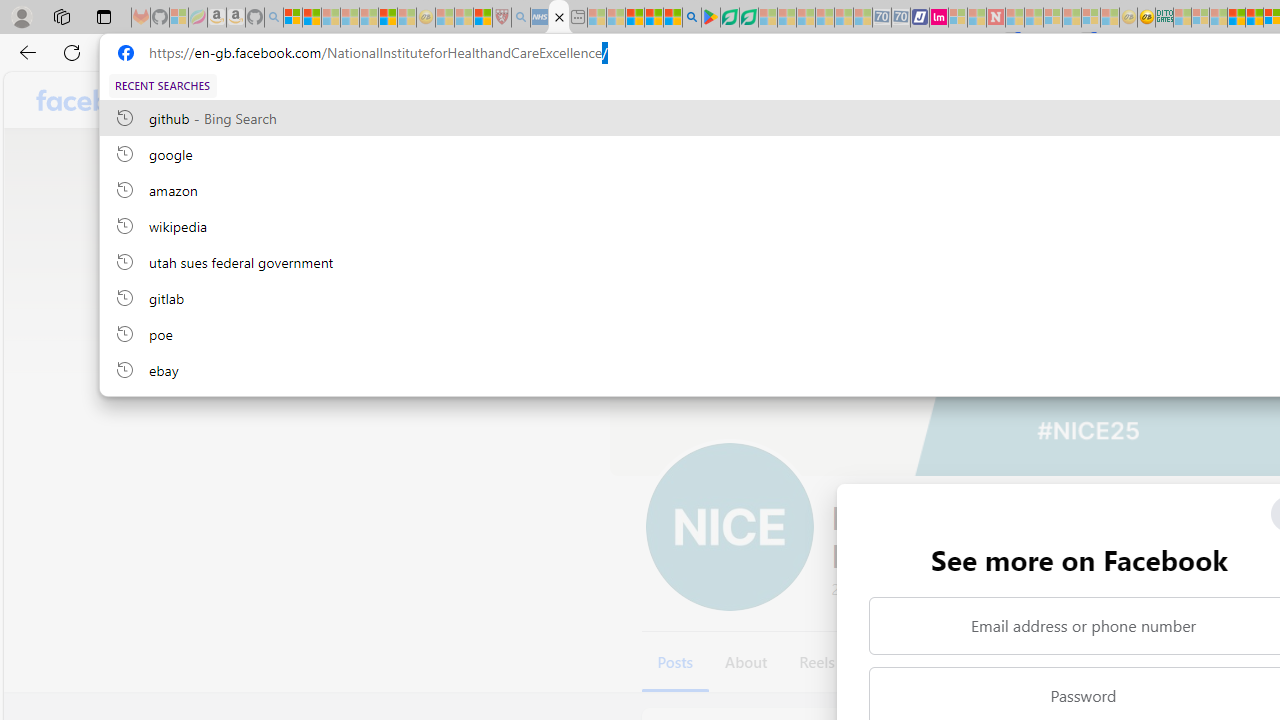 Image resolution: width=1280 pixels, height=720 pixels. Describe the element at coordinates (692, 17) in the screenshot. I see `'google - Search'` at that location.